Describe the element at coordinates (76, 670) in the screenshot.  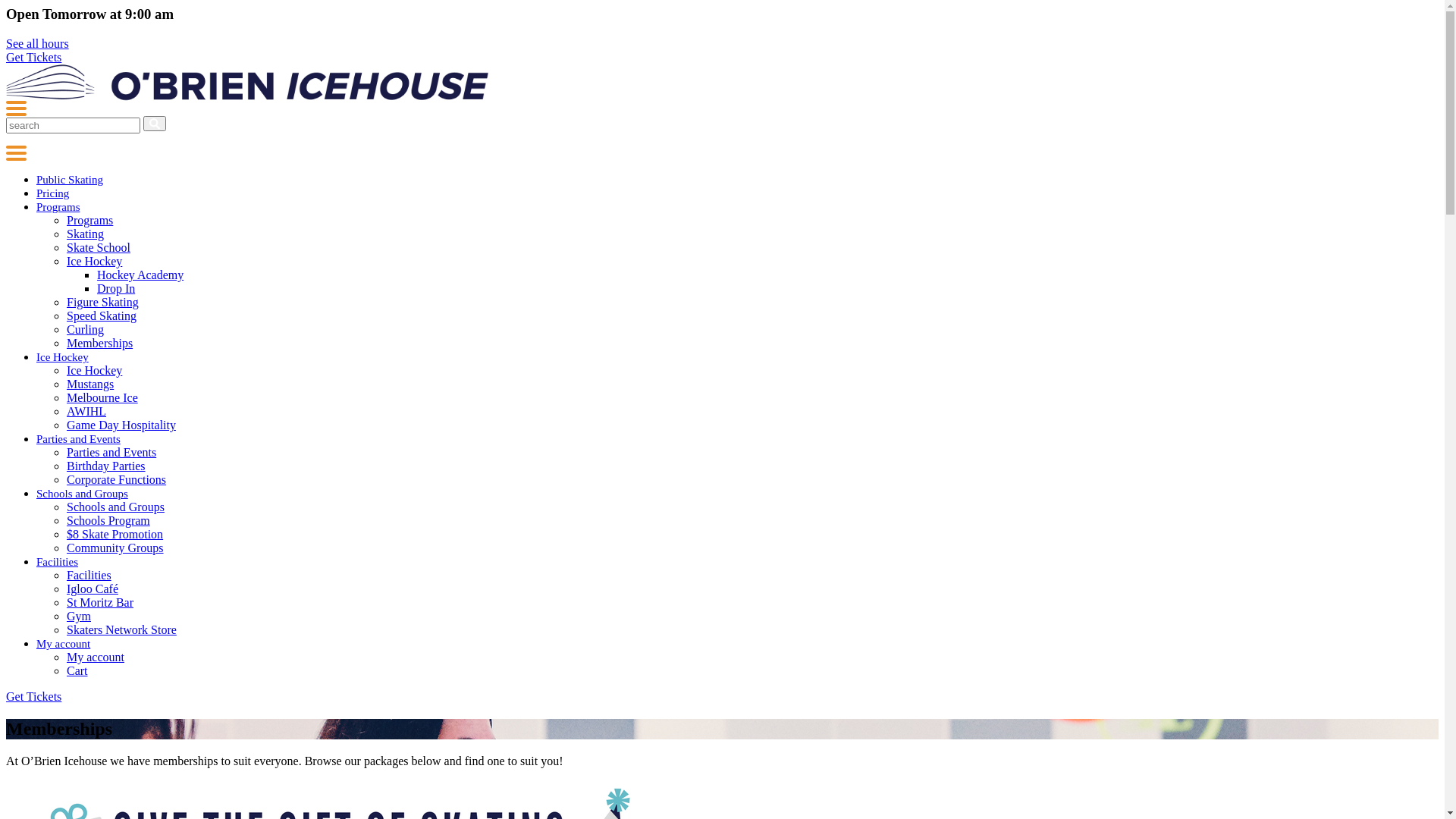
I see `'Cart'` at that location.